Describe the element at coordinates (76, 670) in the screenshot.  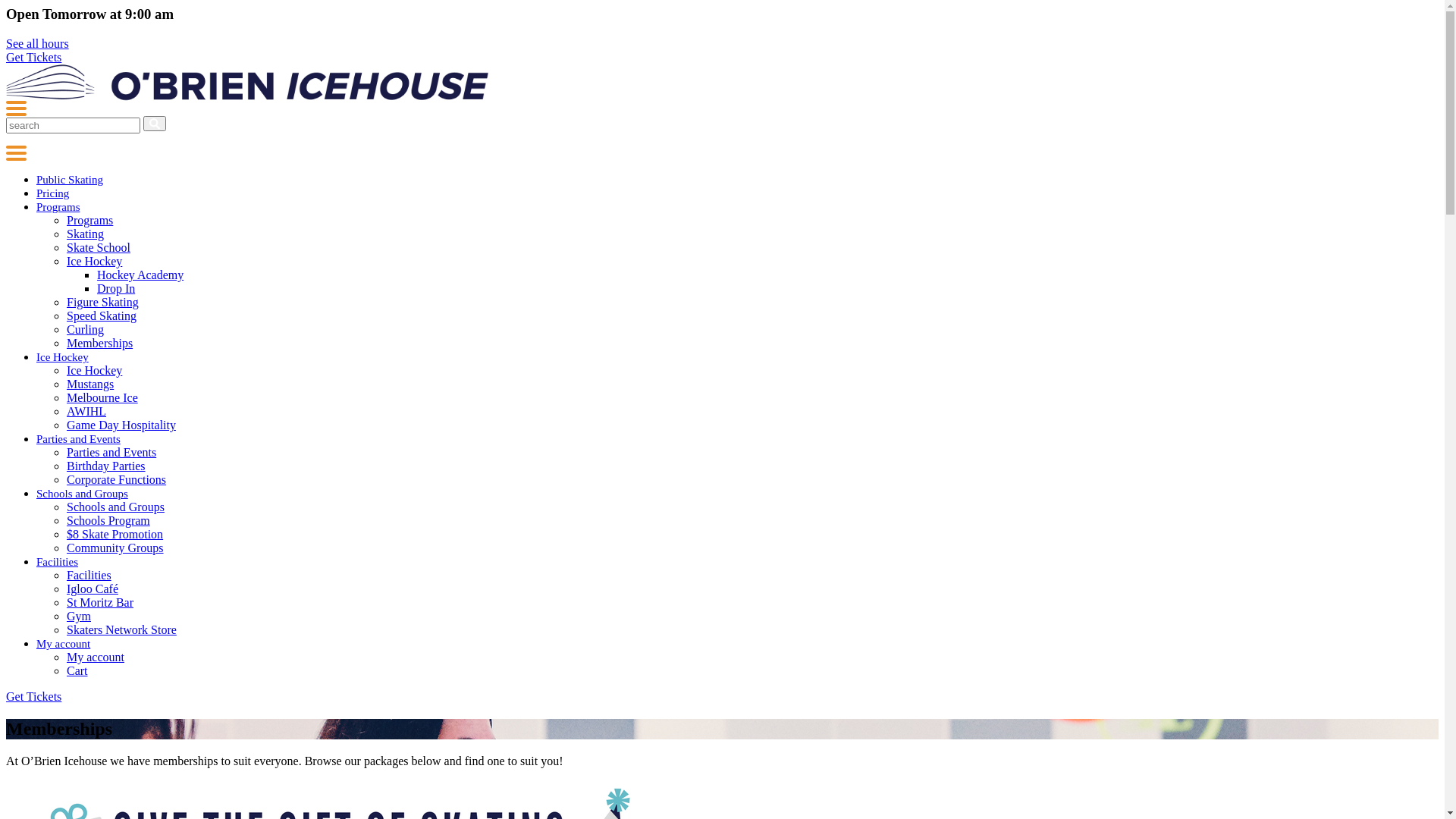
I see `'Cart'` at that location.